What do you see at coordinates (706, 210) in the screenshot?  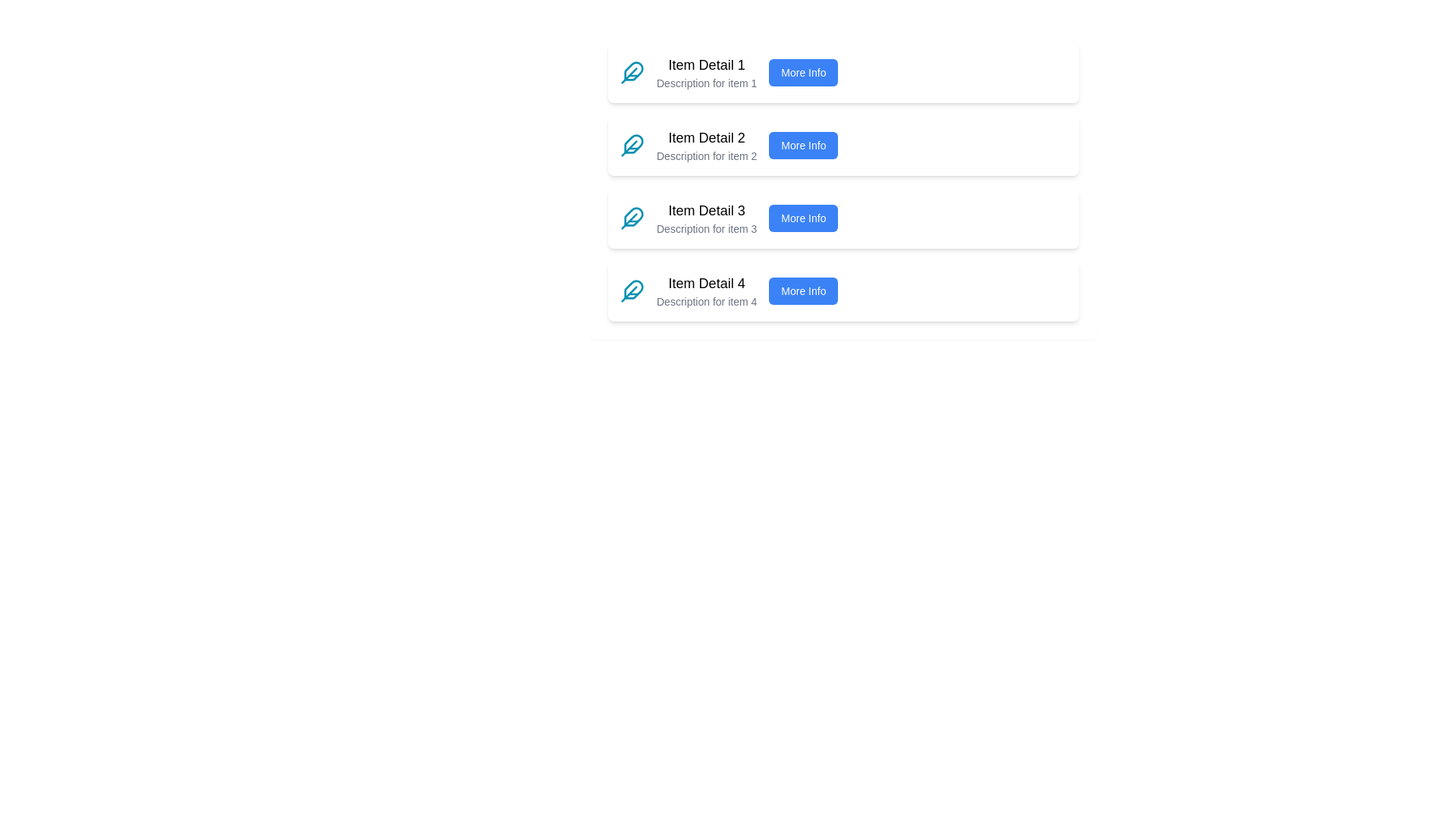 I see `text label 'Item Detail 3', which is a prominent black bold text indicating its significance and is part of a vertical list of items` at bounding box center [706, 210].